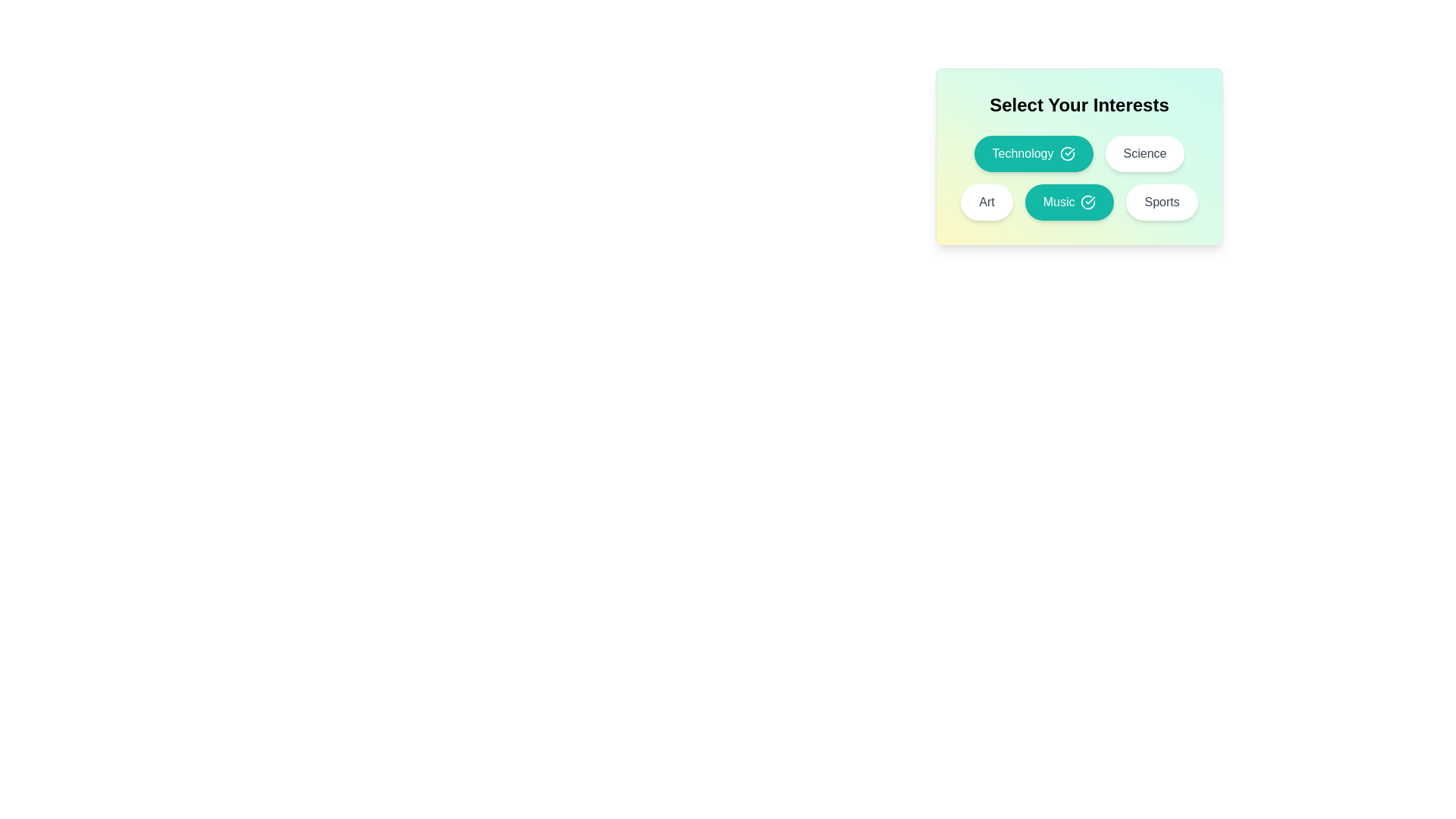 Image resolution: width=1456 pixels, height=819 pixels. What do you see at coordinates (1033, 154) in the screenshot?
I see `the interest tag labeled Technology` at bounding box center [1033, 154].